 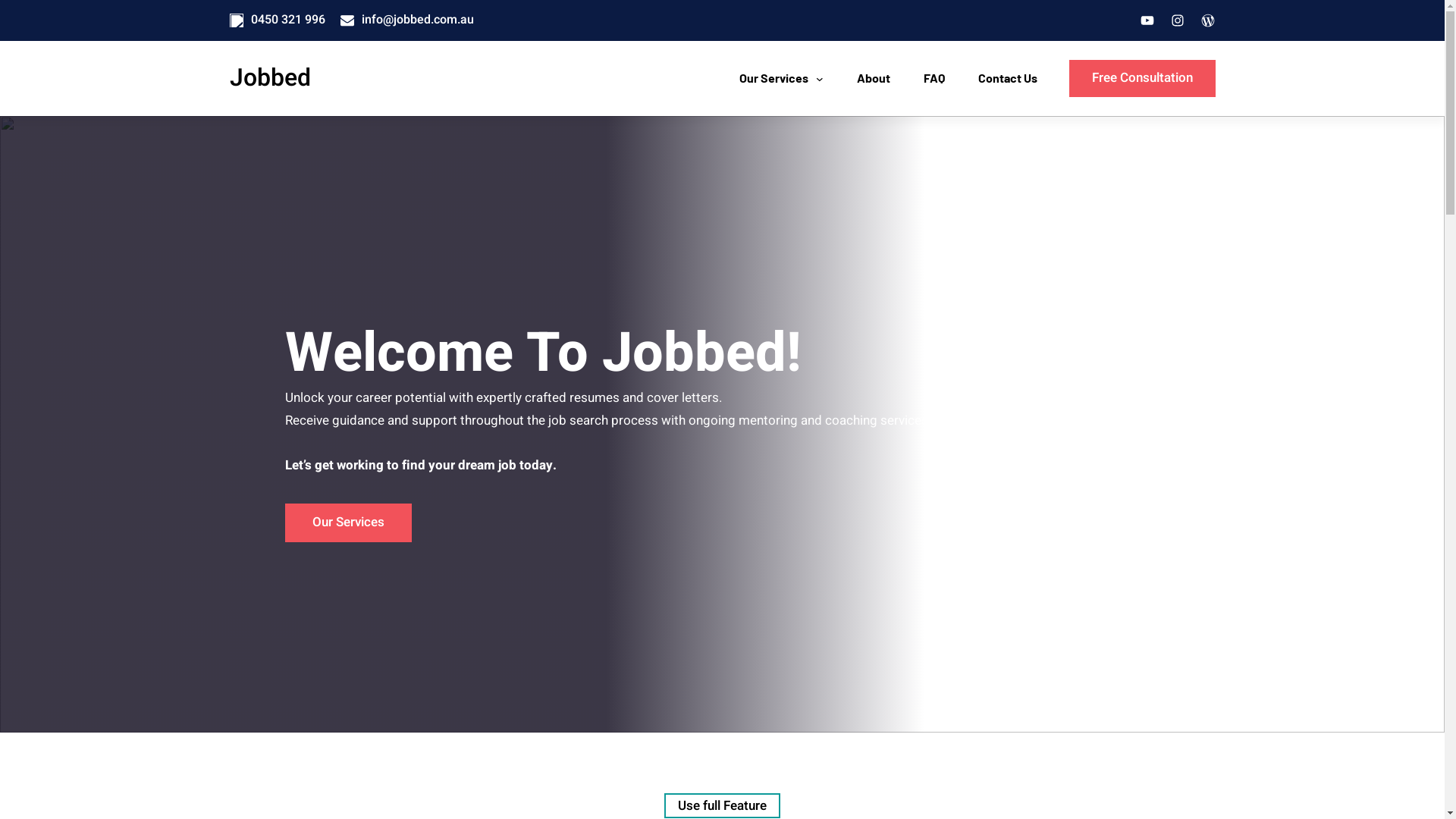 I want to click on 'Free Consultation', so click(x=1142, y=78).